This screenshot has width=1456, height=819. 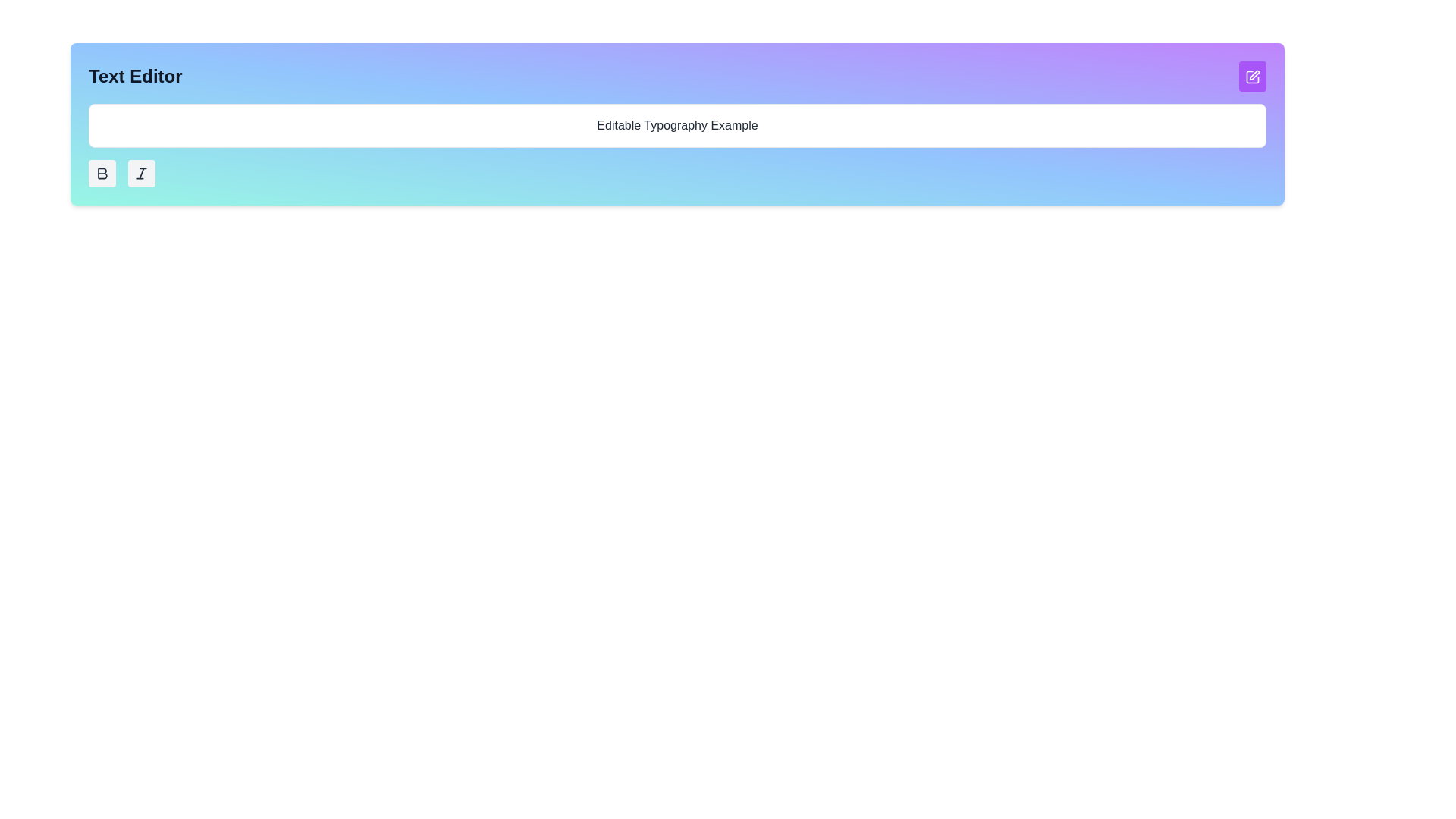 What do you see at coordinates (142, 172) in the screenshot?
I see `the italic icon button, which is a dark gray slanted 'I' symbol within a light gray circular button` at bounding box center [142, 172].